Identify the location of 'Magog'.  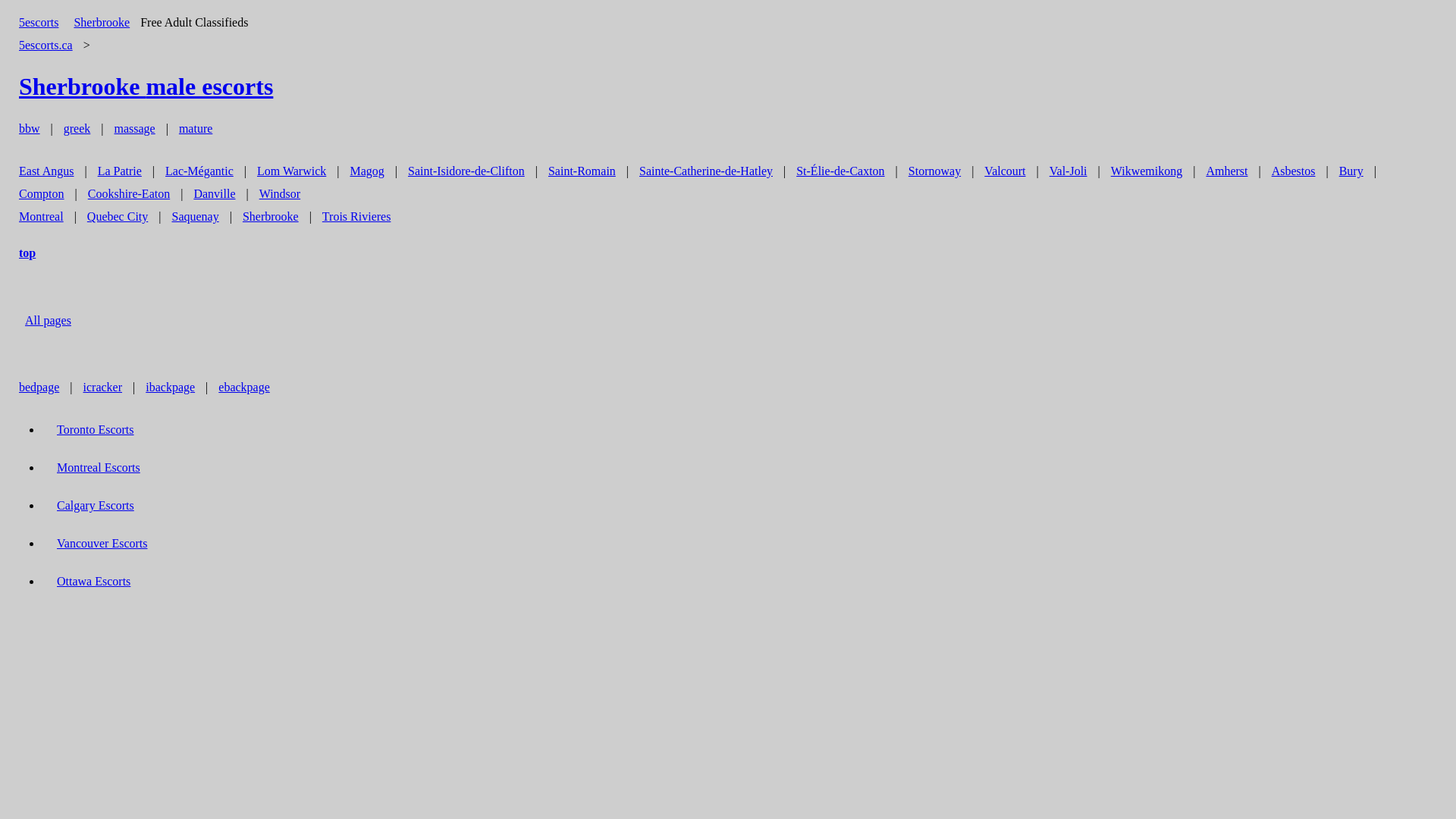
(366, 171).